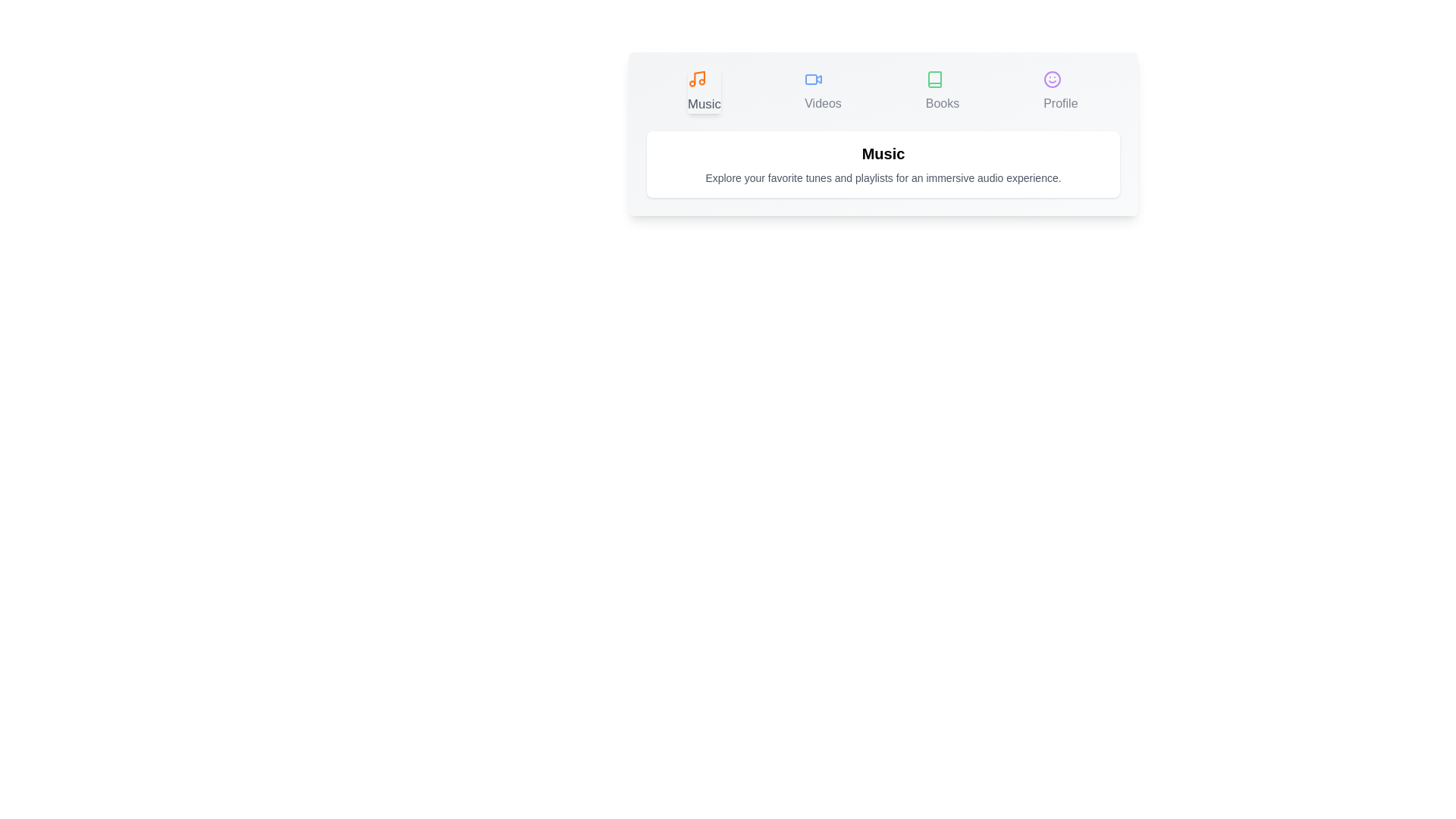  Describe the element at coordinates (704, 91) in the screenshot. I see `the Music tab` at that location.